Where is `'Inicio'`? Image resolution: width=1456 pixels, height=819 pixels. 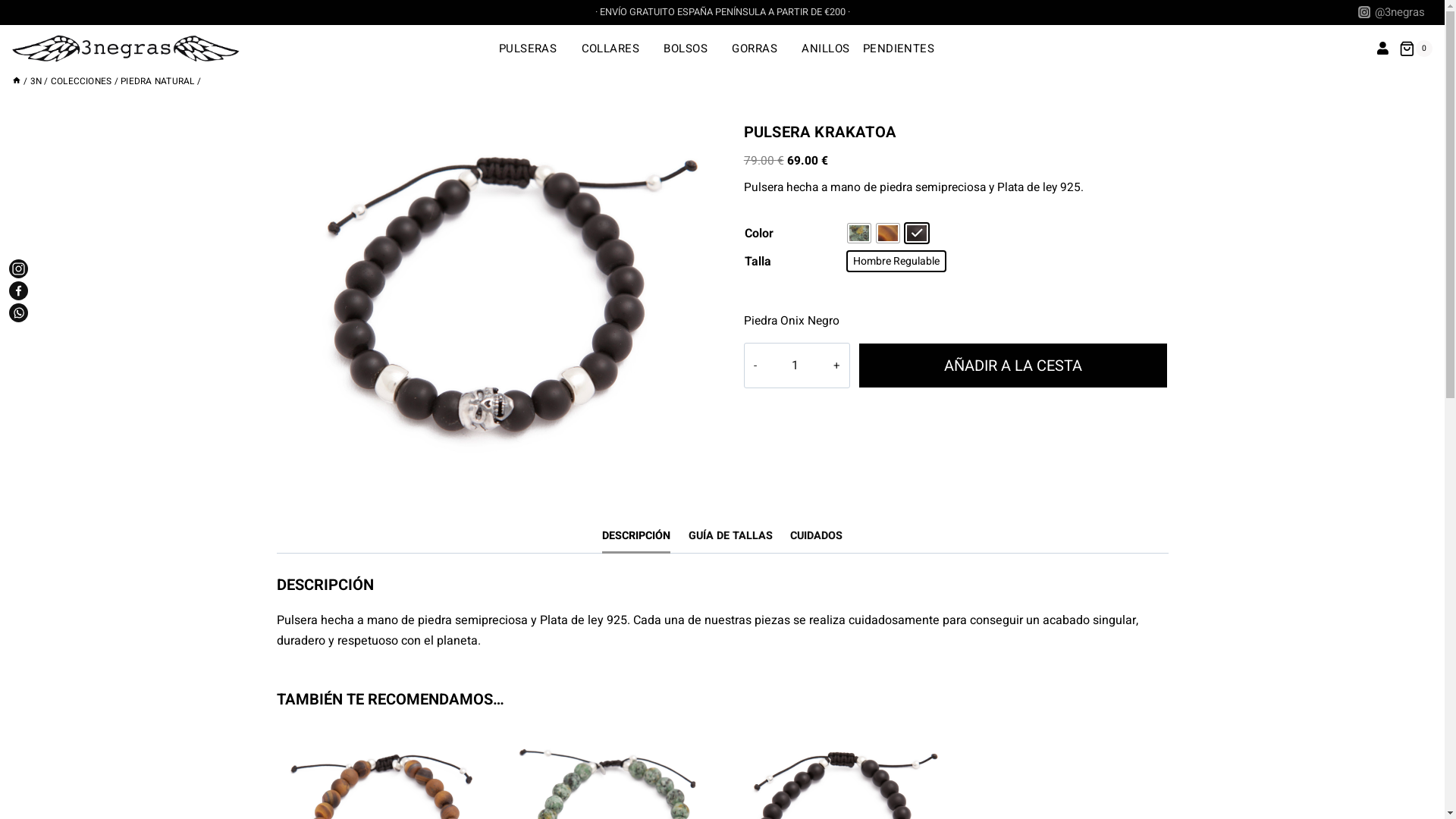 'Inicio' is located at coordinates (17, 81).